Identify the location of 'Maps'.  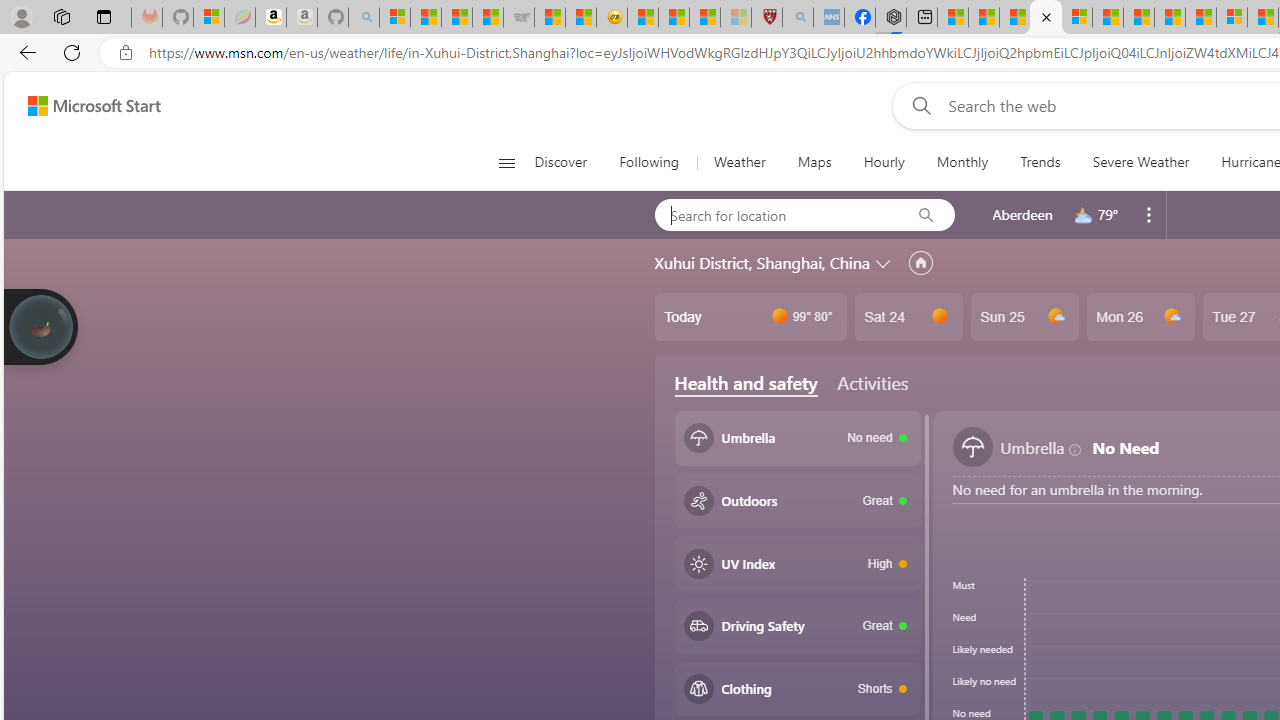
(814, 162).